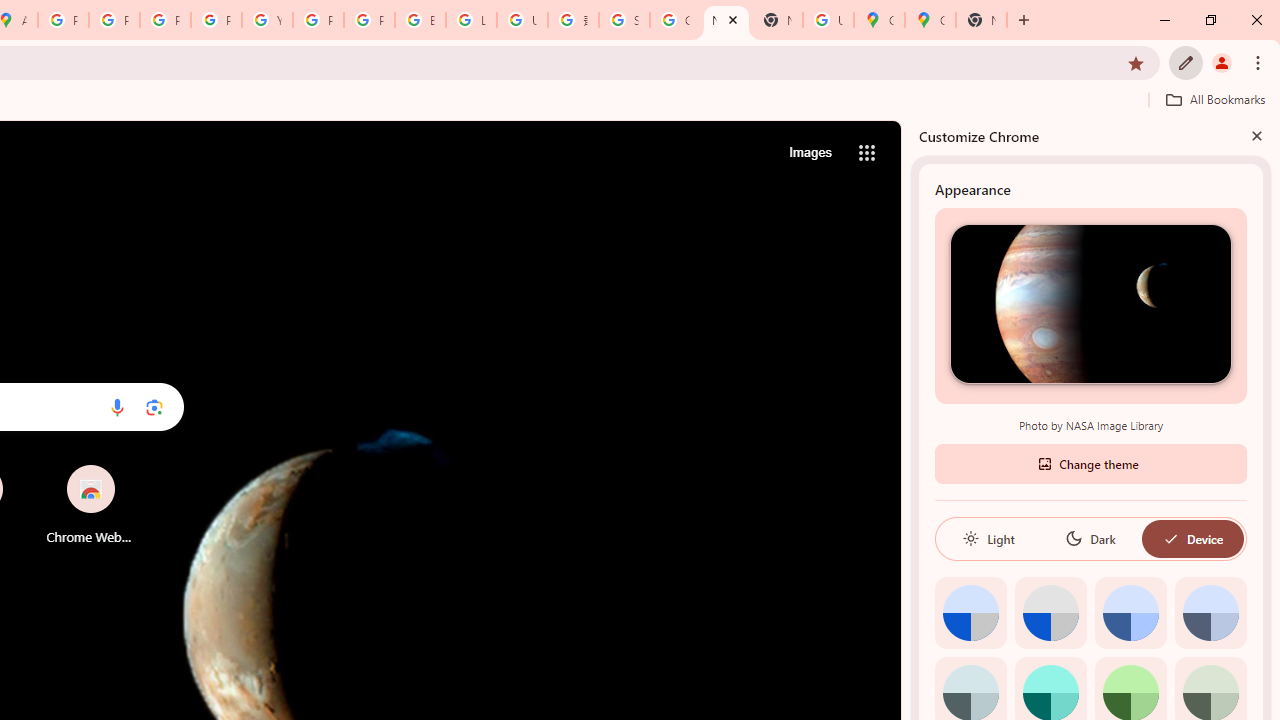 Image resolution: width=1280 pixels, height=720 pixels. I want to click on 'Privacy Help Center - Policies Help', so click(165, 20).